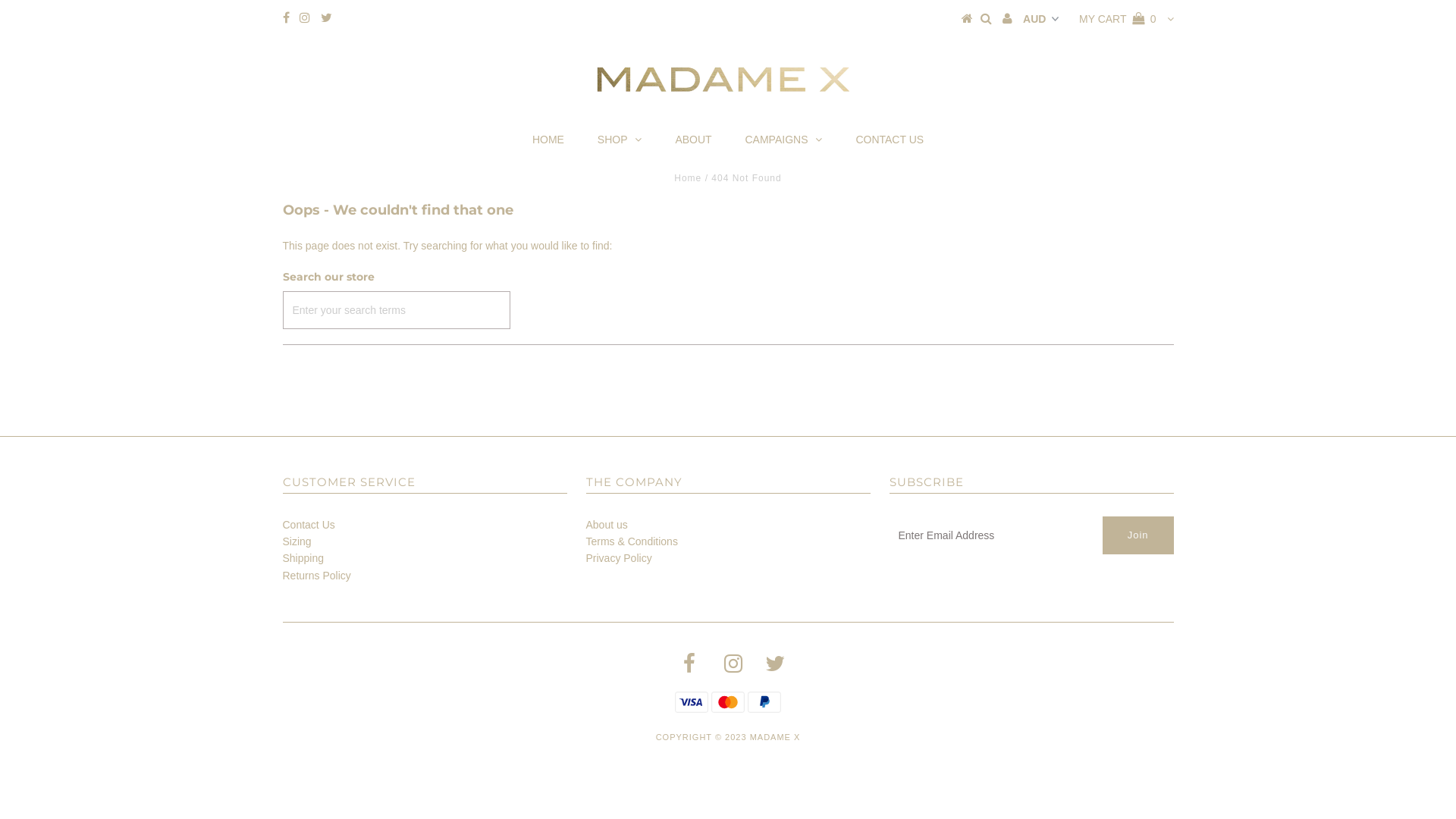  What do you see at coordinates (307, 523) in the screenshot?
I see `'Contact Us'` at bounding box center [307, 523].